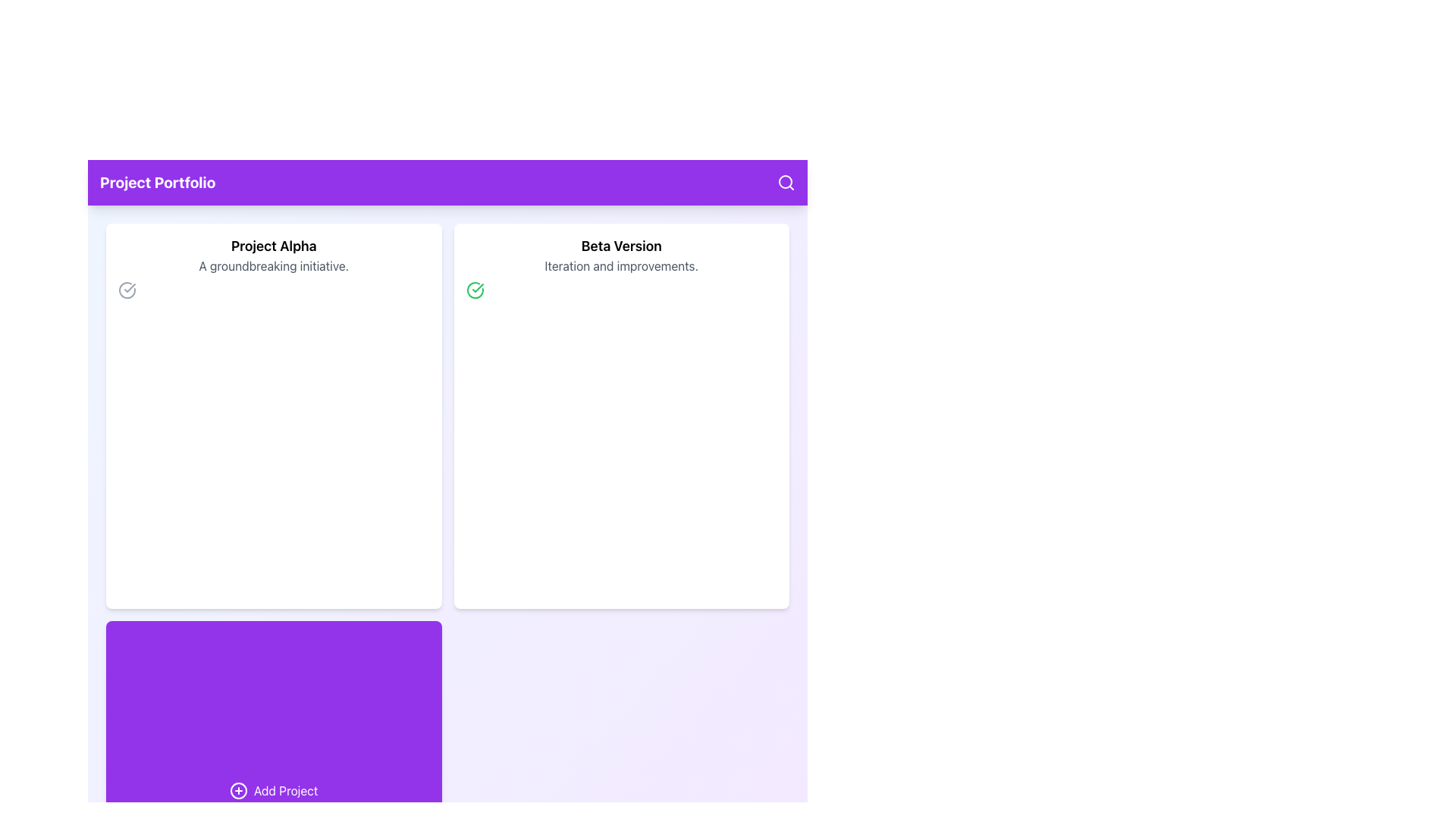 Image resolution: width=1456 pixels, height=819 pixels. I want to click on details of the 'Project Alpha' card, which is a white rectangular card with rounded corners and a shadow effect, featuring a bold title and a check icon in the top-left corner, so click(274, 416).